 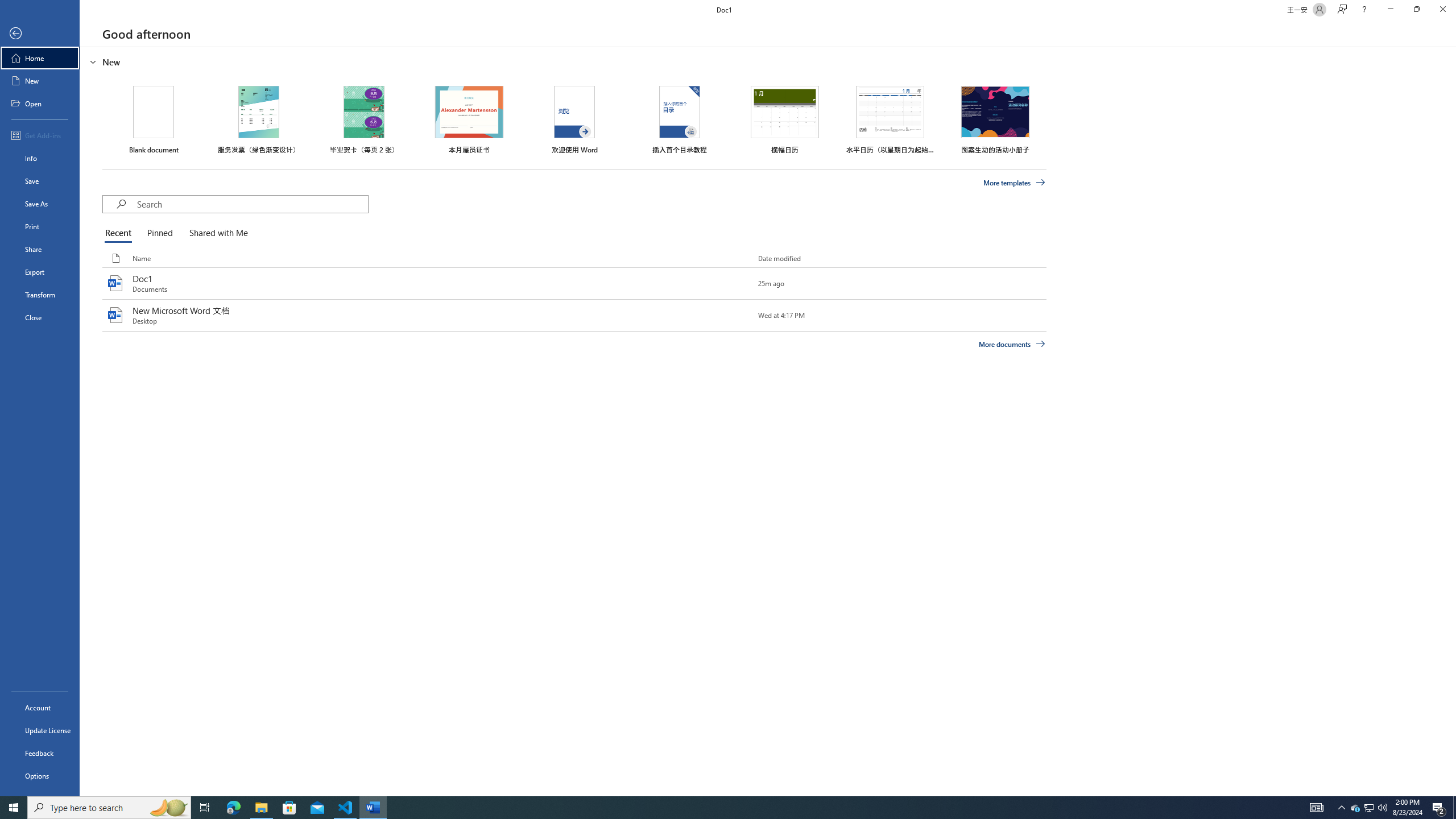 I want to click on 'Feedback', so click(x=39, y=753).